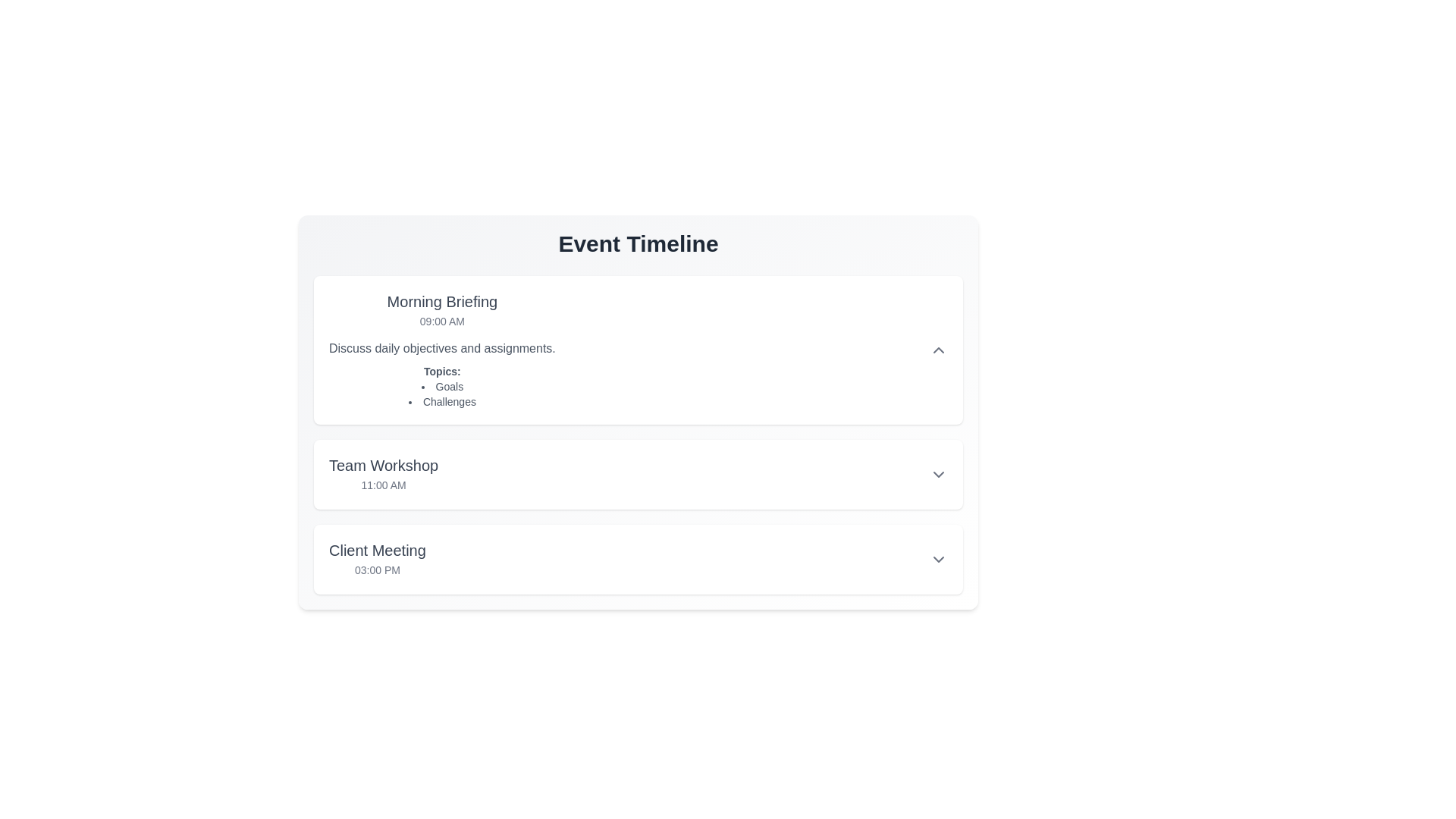  What do you see at coordinates (441, 301) in the screenshot?
I see `the 'Morning Briefing' heading element using keyboard navigation` at bounding box center [441, 301].